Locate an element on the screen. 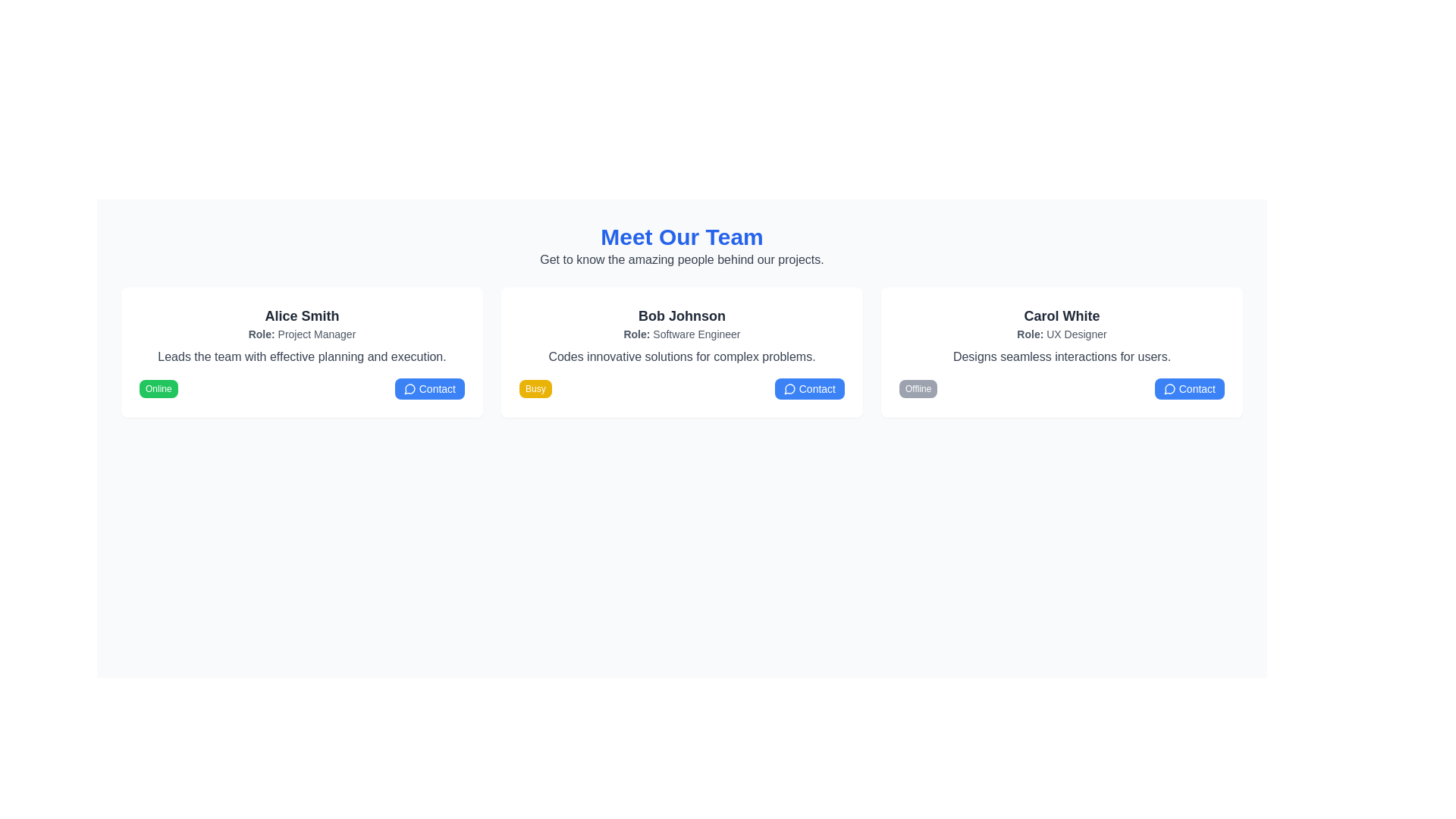 The image size is (1456, 819). the Static text label displaying 'Role:' located under the name 'Alice Smith' in the leftmost card of the team section is located at coordinates (262, 333).